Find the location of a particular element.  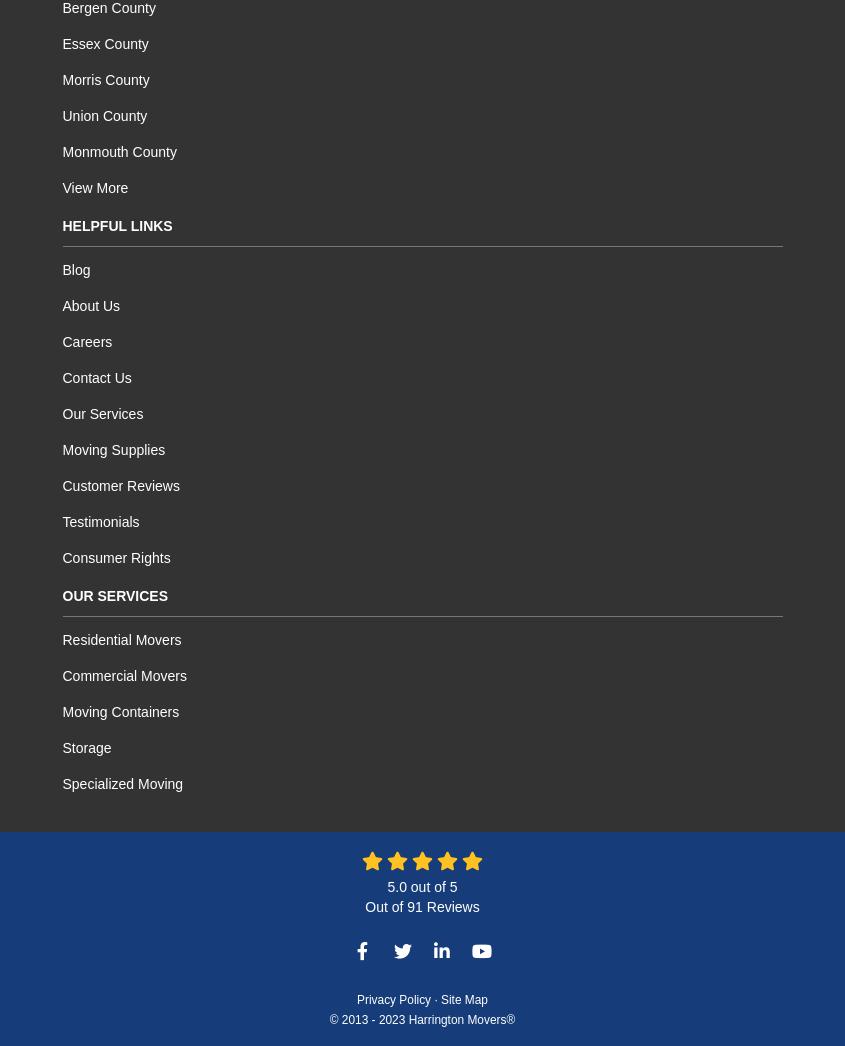

'Privacy Policy' is located at coordinates (356, 999).